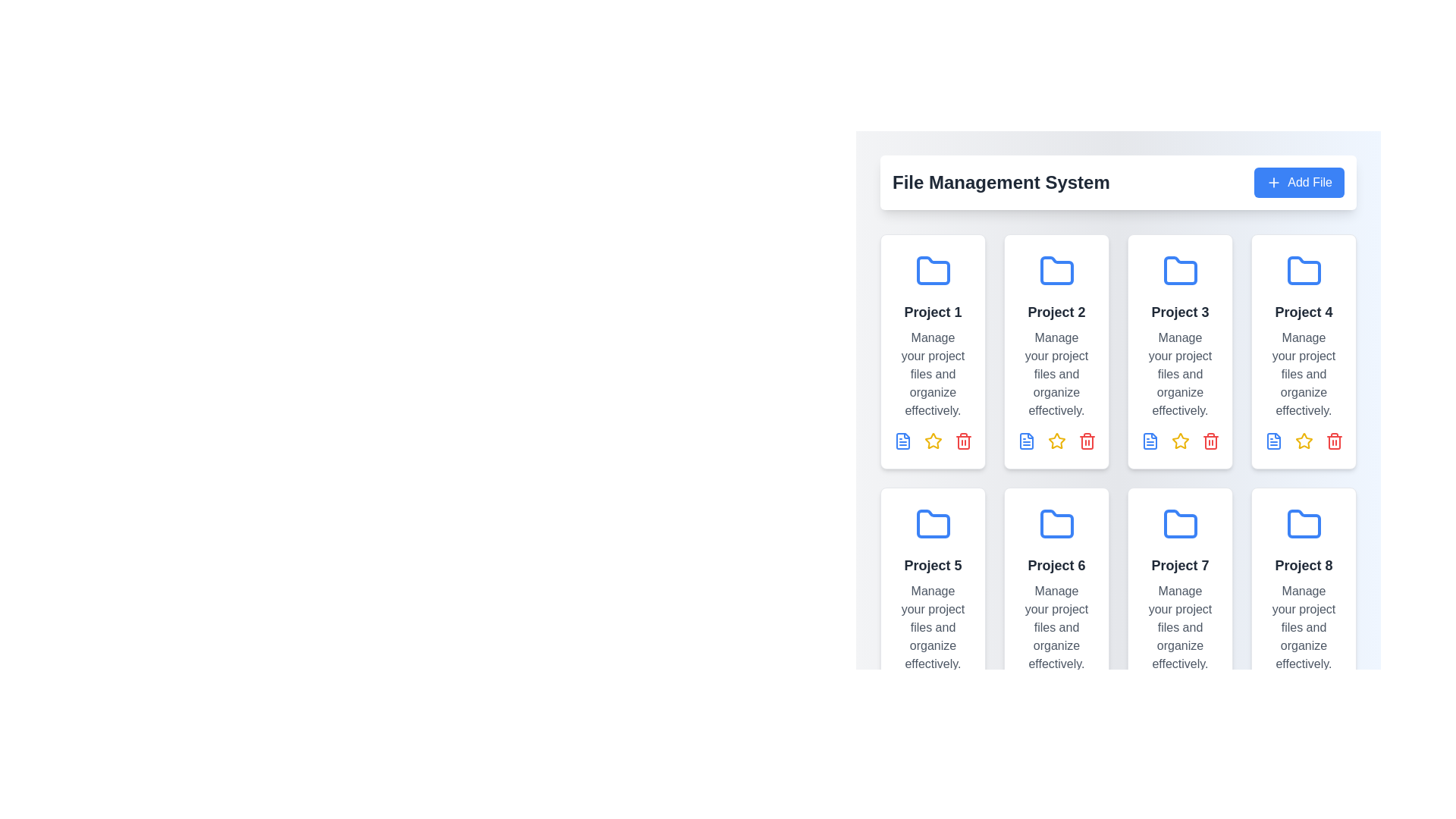 This screenshot has height=819, width=1456. Describe the element at coordinates (1056, 522) in the screenshot. I see `the folder icon with a blue border located in the header portion of the 'Project 6' card in the second row of the grid layout` at that location.